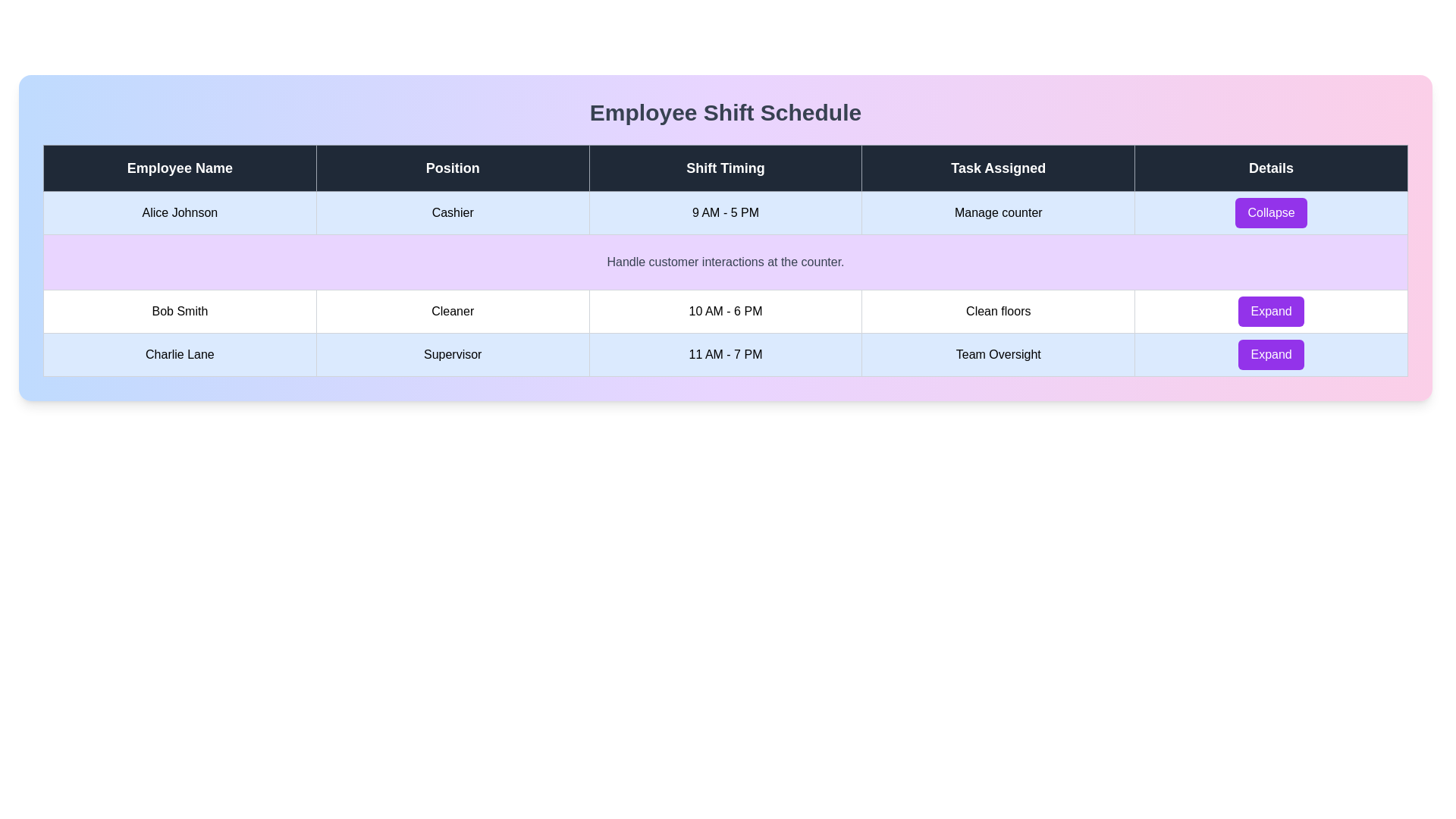 This screenshot has width=1456, height=819. I want to click on displayed text 'Charlie Lane' from the Text Label located in the 'Employee Name' column of the table, which has a light blue background and is bordered by a thin gray line, so click(180, 354).